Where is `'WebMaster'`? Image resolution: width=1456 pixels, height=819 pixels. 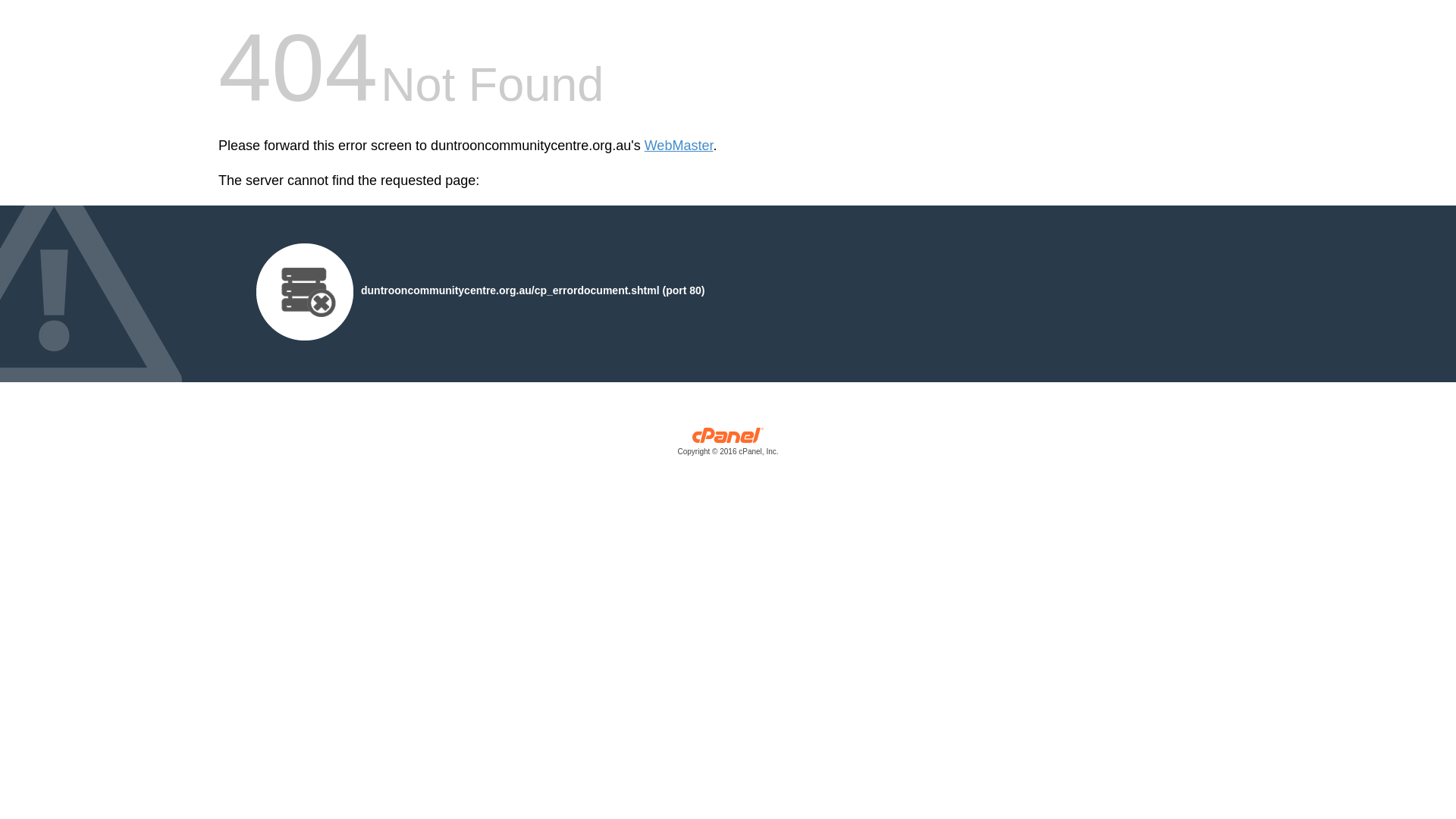
'WebMaster' is located at coordinates (644, 146).